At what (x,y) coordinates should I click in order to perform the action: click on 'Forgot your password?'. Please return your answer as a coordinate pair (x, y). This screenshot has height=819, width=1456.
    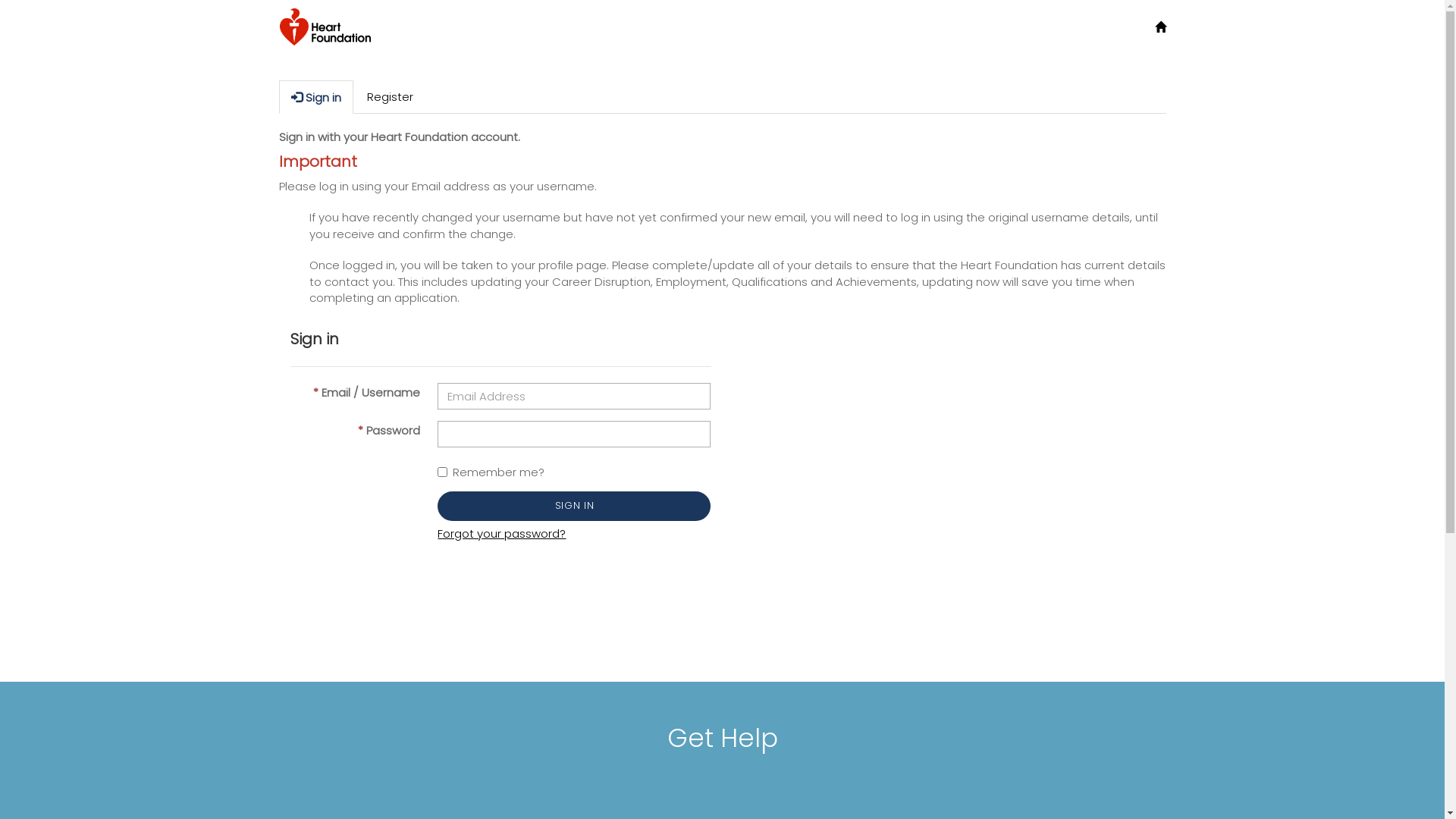
    Looking at the image, I should click on (501, 532).